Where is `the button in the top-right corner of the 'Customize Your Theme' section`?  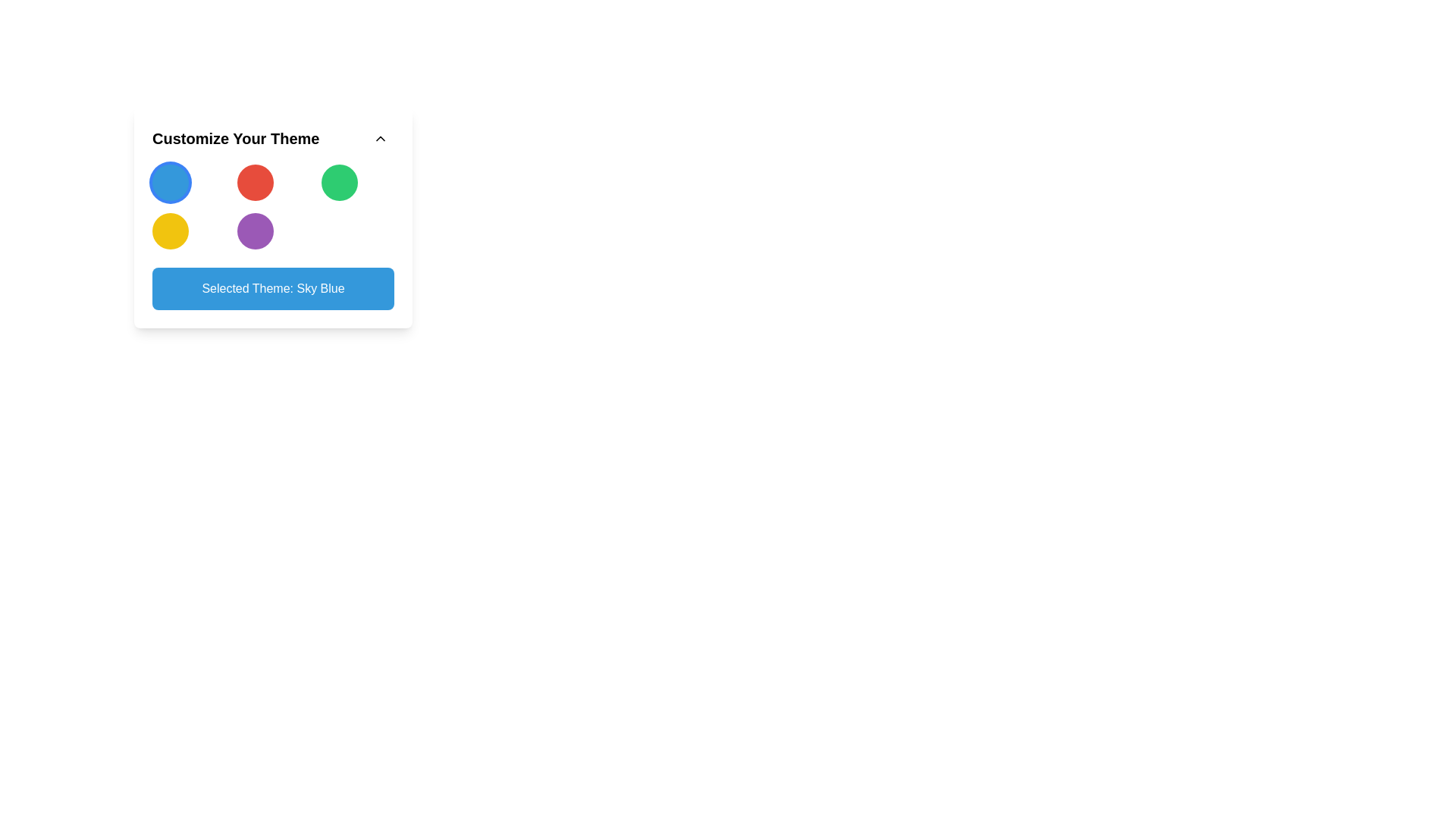 the button in the top-right corner of the 'Customize Your Theme' section is located at coordinates (381, 138).